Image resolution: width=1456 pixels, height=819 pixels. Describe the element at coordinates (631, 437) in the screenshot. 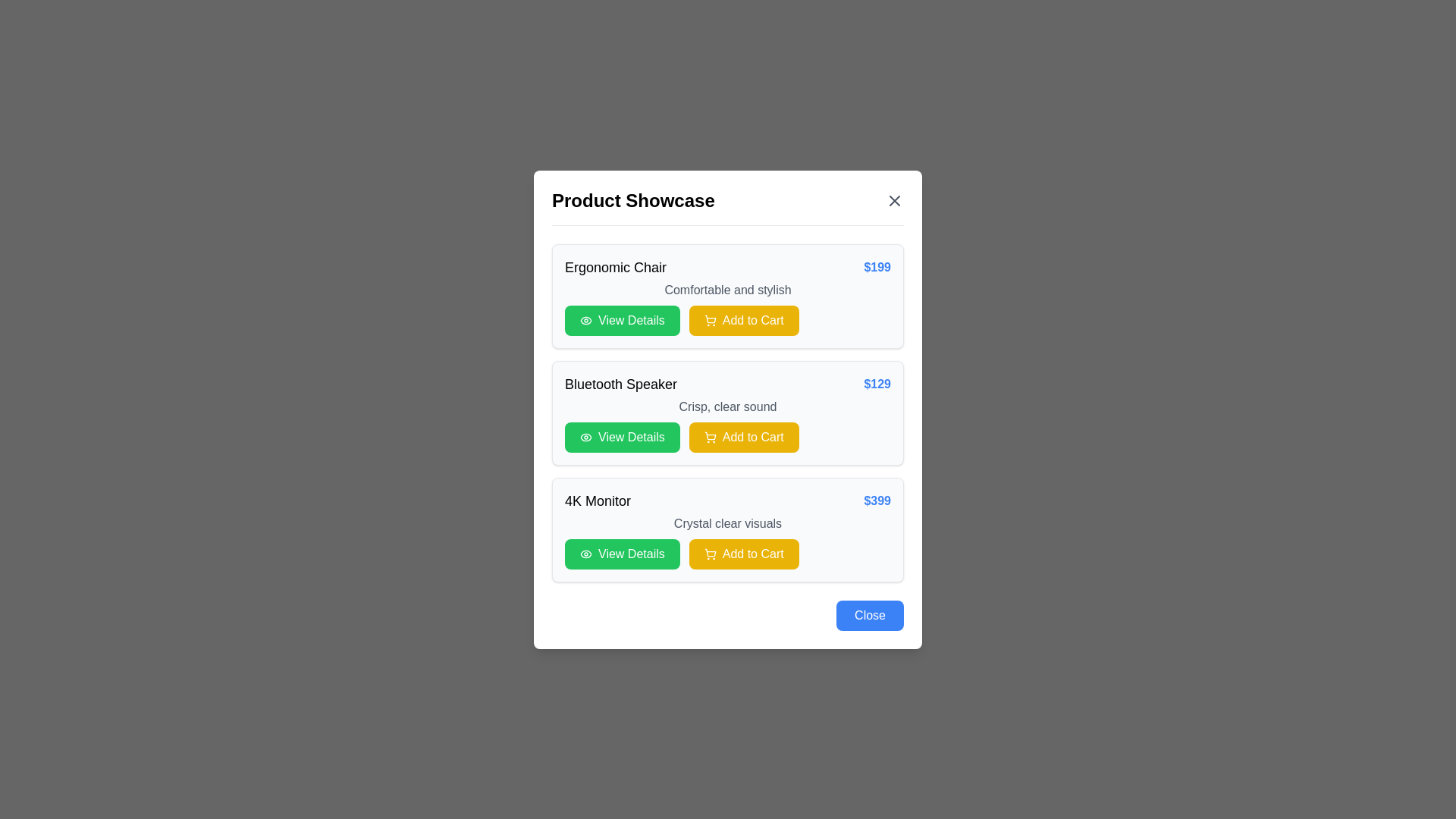

I see `the button` at that location.